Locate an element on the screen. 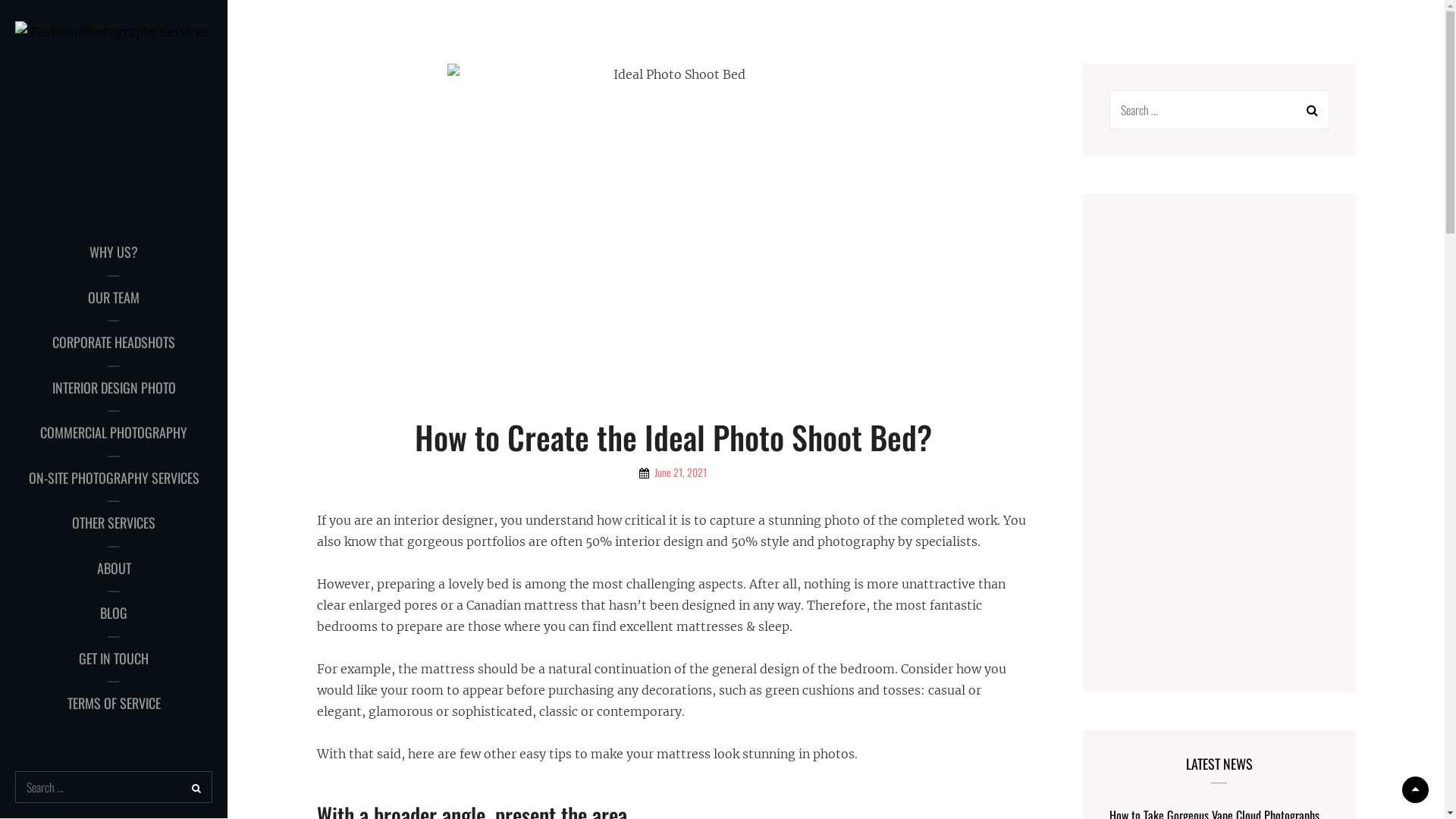  'CORPORATE HEADSHOTS' is located at coordinates (0, 342).